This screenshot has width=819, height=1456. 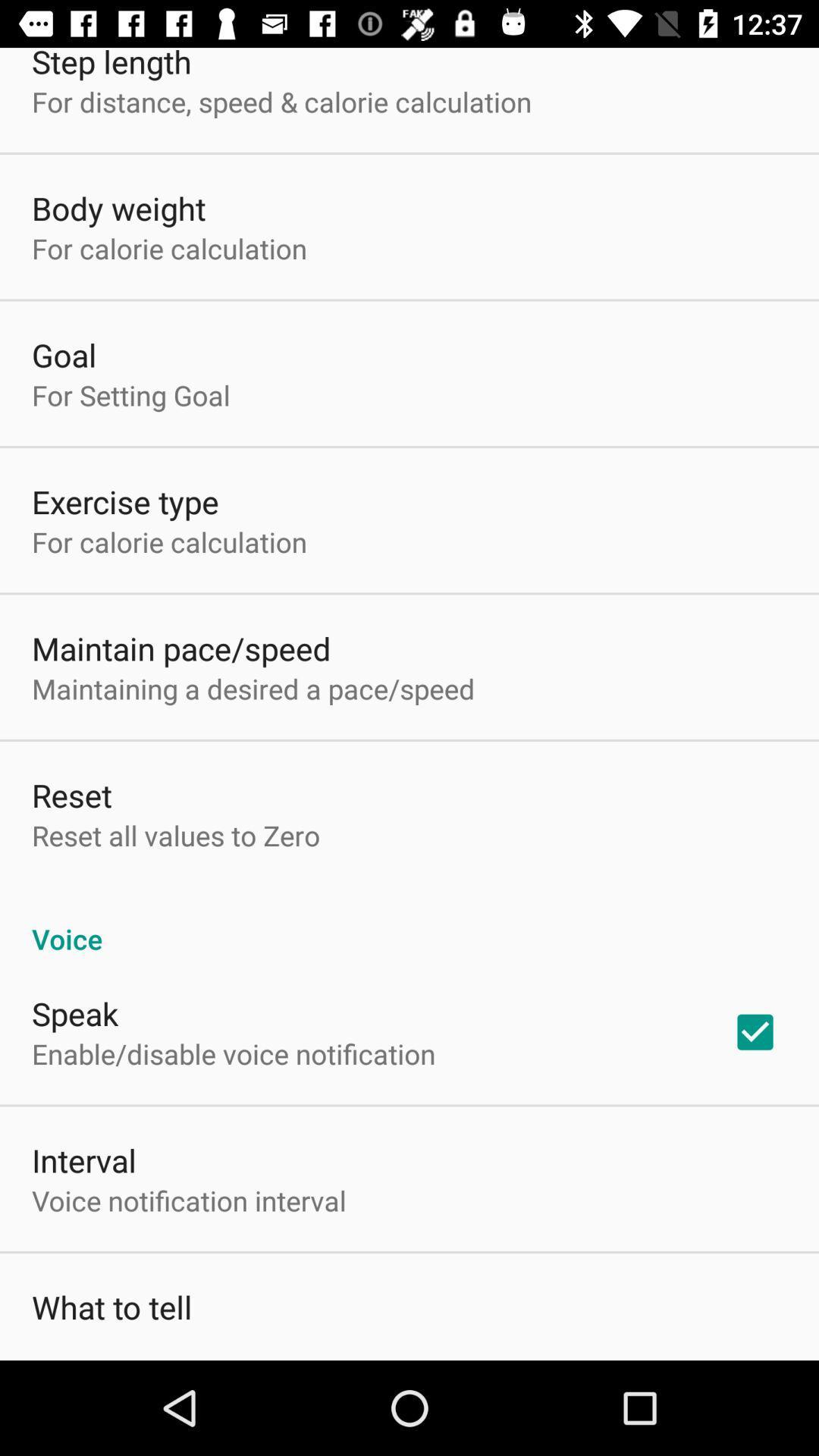 What do you see at coordinates (75, 1013) in the screenshot?
I see `icon below the voice icon` at bounding box center [75, 1013].